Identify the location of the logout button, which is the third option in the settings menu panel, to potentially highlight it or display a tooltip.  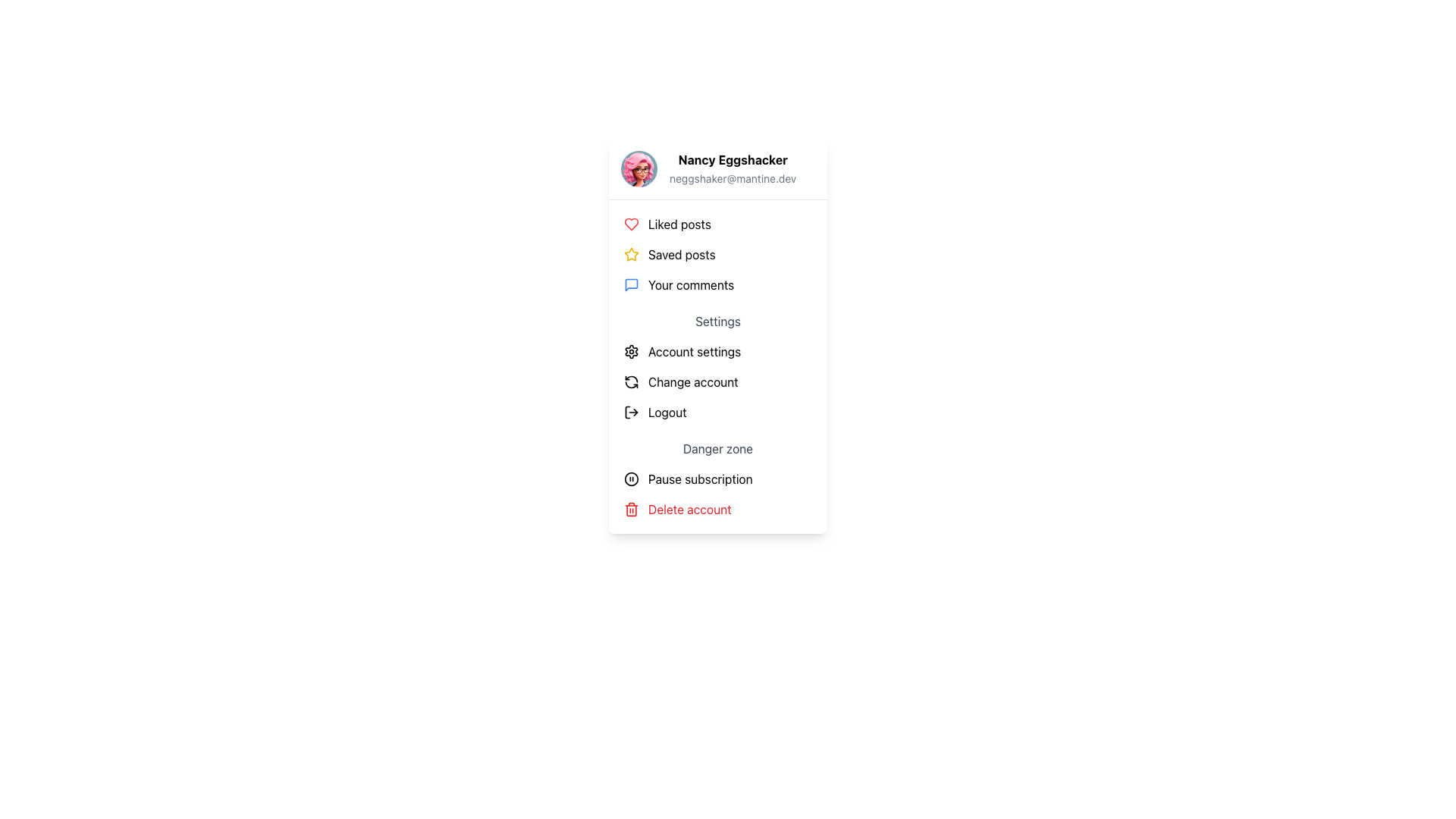
(717, 412).